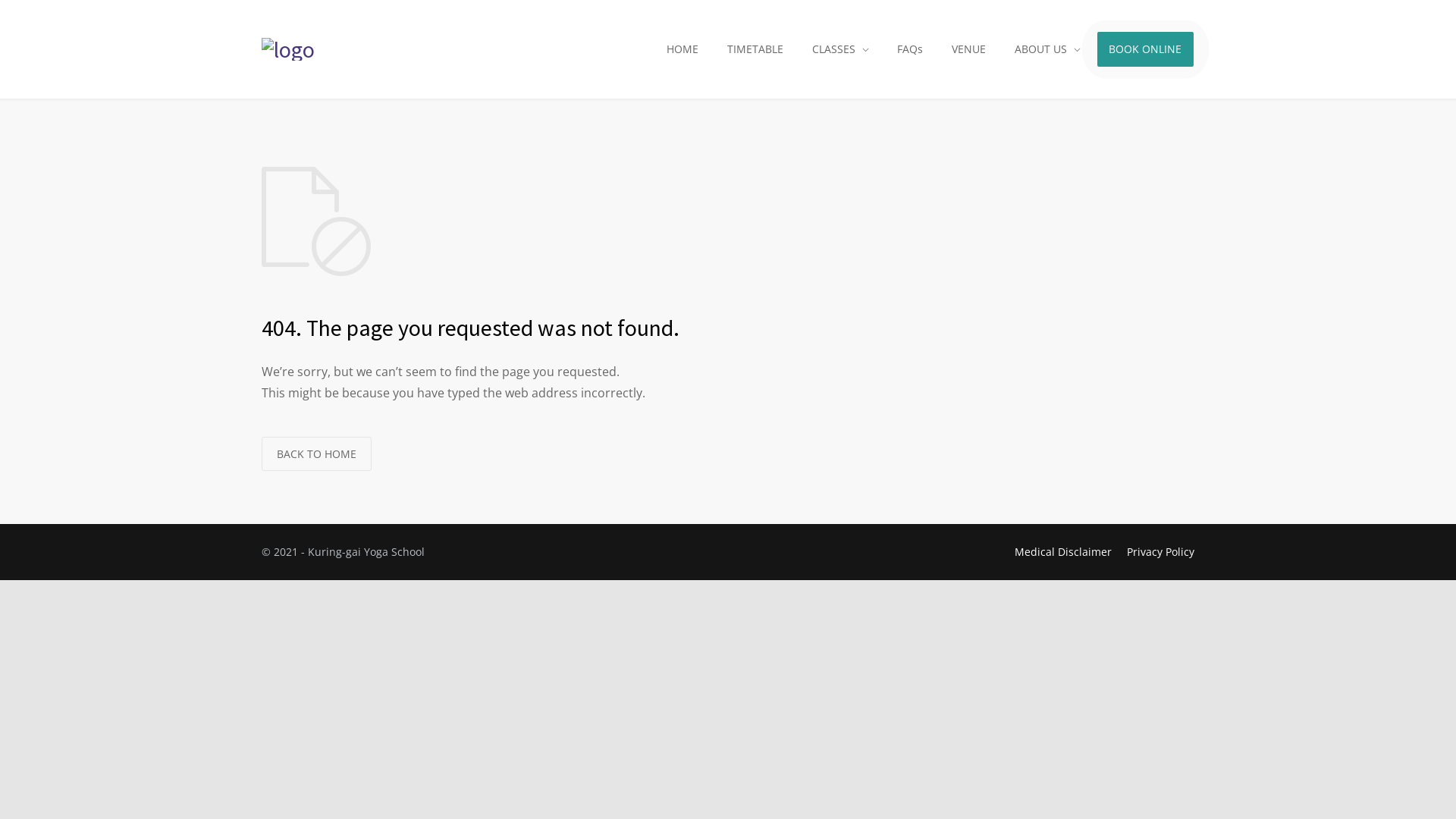 This screenshot has width=1456, height=819. I want to click on 'FAQs', so click(884, 49).